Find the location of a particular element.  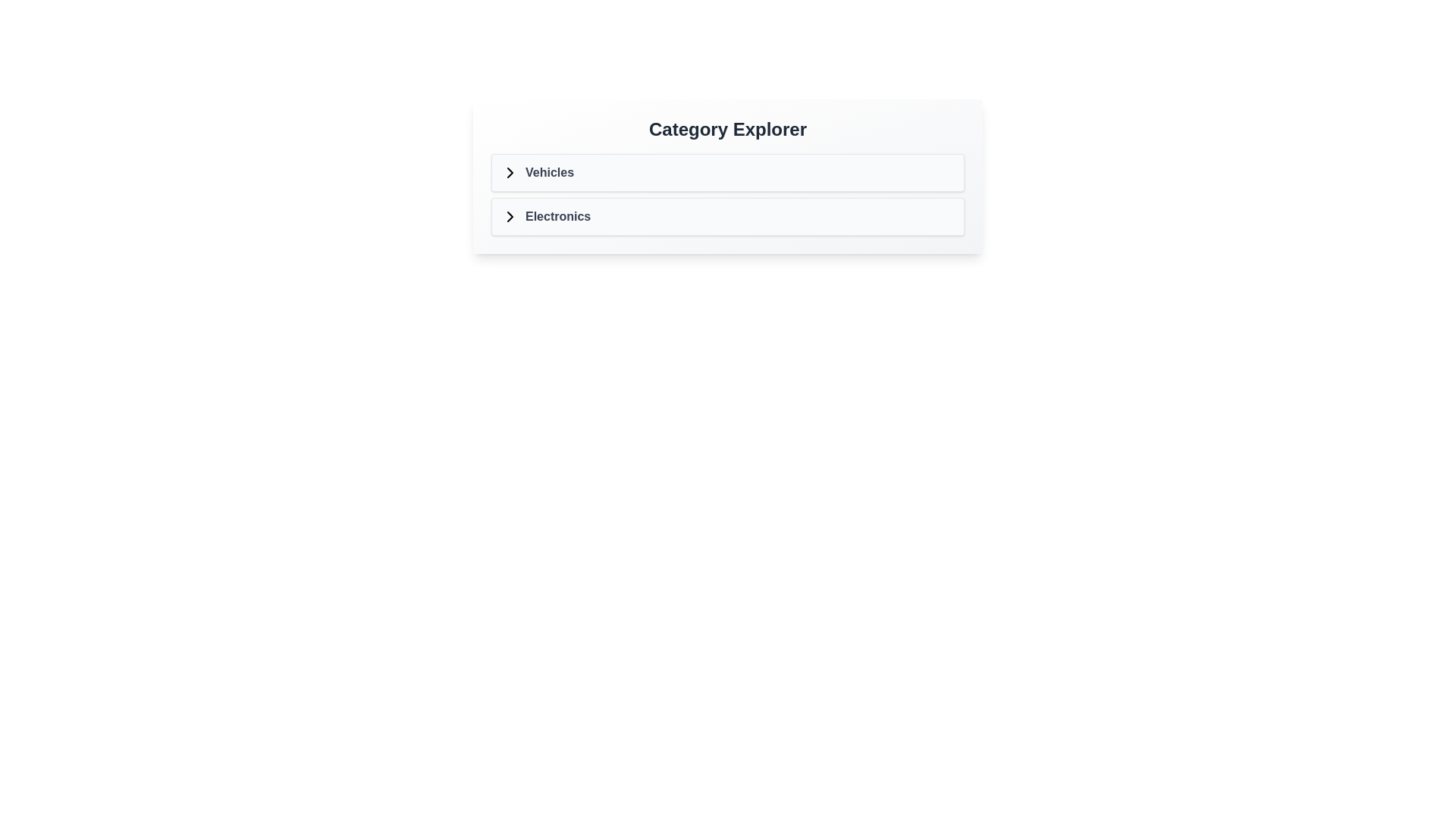

the right-pointing chevron icon located in the 'Vehicles' category of the 'Category Explorer' list is located at coordinates (510, 171).